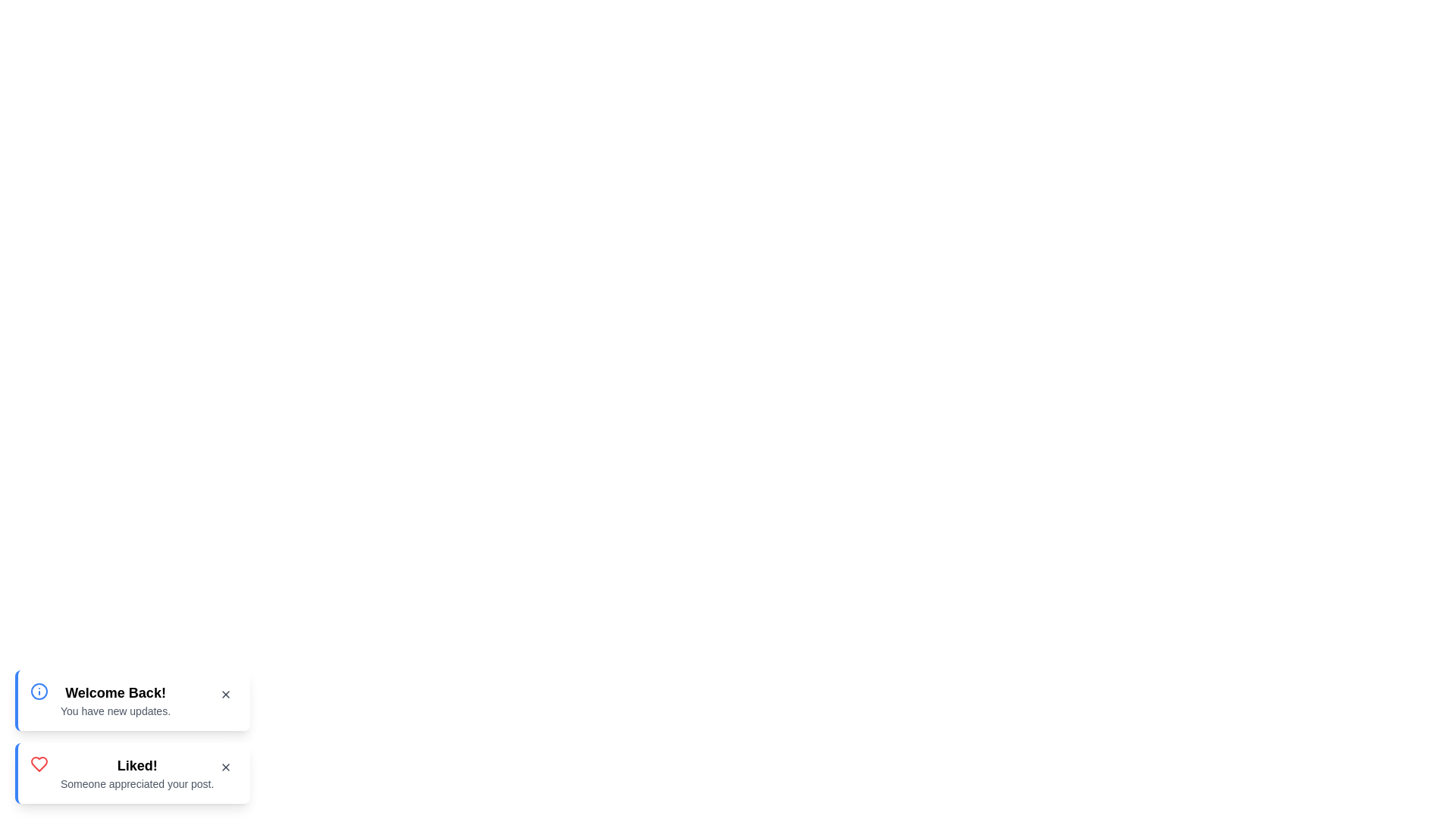 Image resolution: width=1456 pixels, height=819 pixels. Describe the element at coordinates (225, 767) in the screenshot. I see `the close button of the snackbar with title 'Liked!'` at that location.